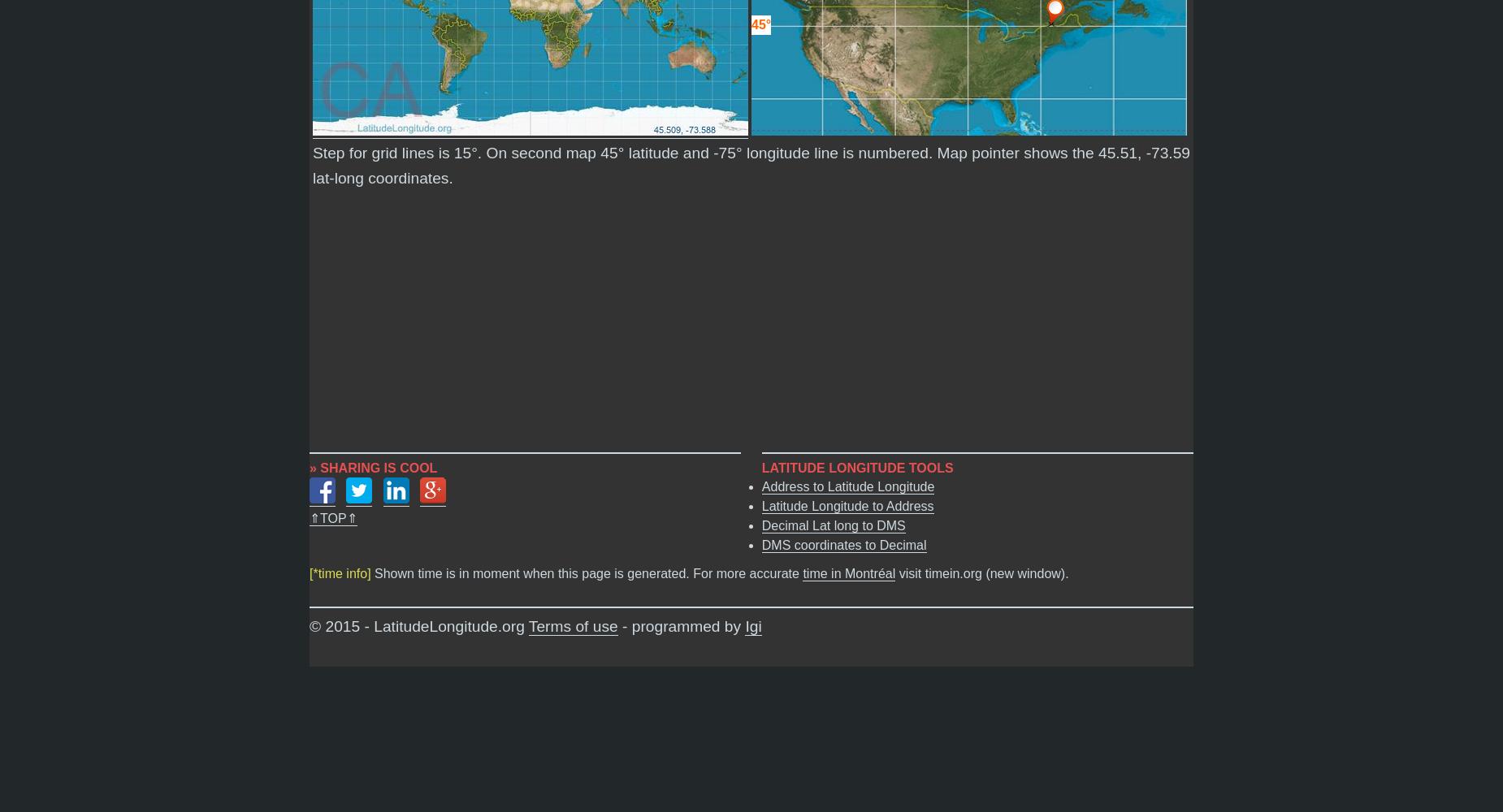  Describe the element at coordinates (760, 485) in the screenshot. I see `'Address to Latitude Longitude'` at that location.